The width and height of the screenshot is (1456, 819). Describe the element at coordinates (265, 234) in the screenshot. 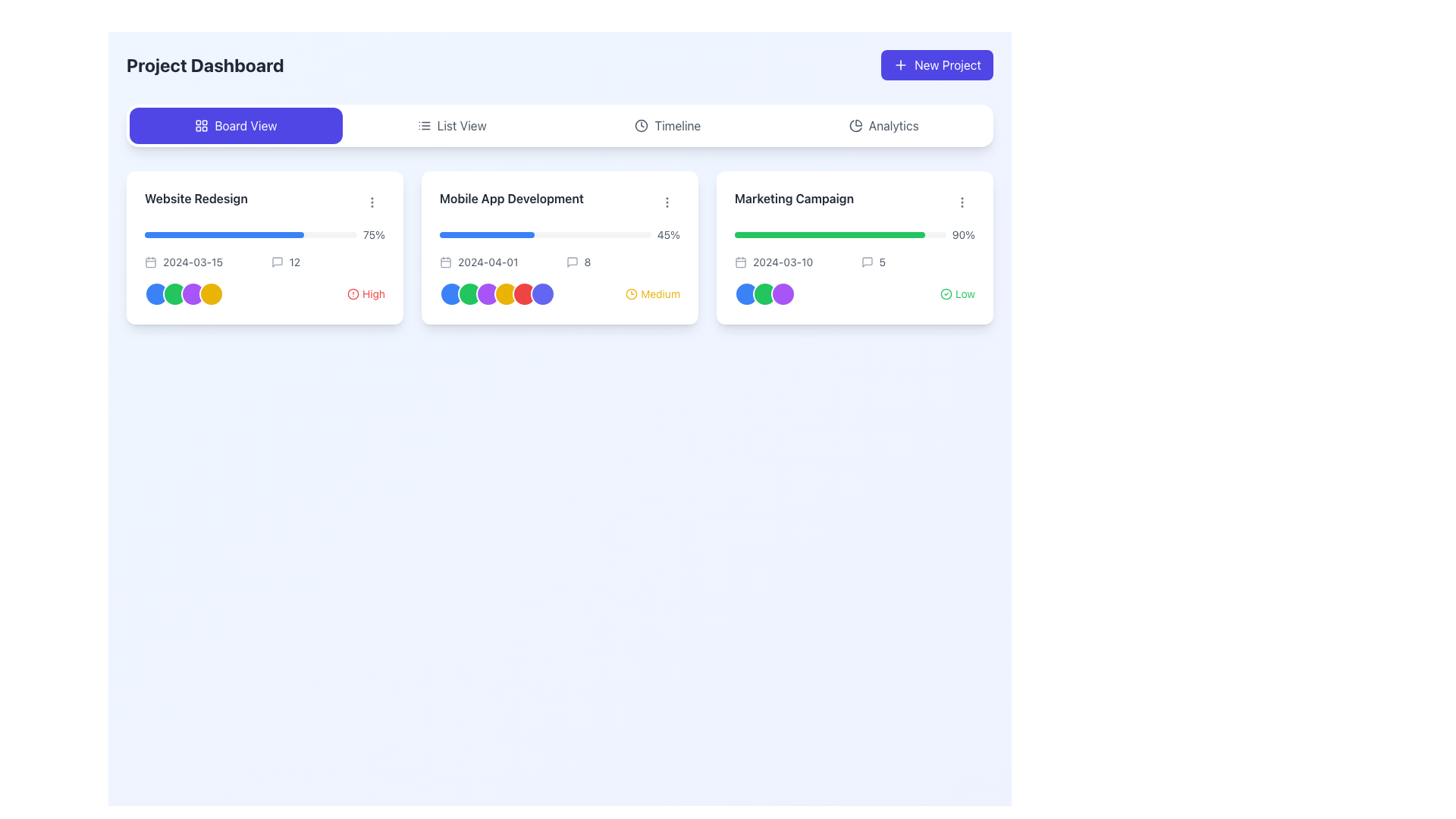

I see `the progress bar indicating 75% completion within the 'Website Redesign' project card` at that location.